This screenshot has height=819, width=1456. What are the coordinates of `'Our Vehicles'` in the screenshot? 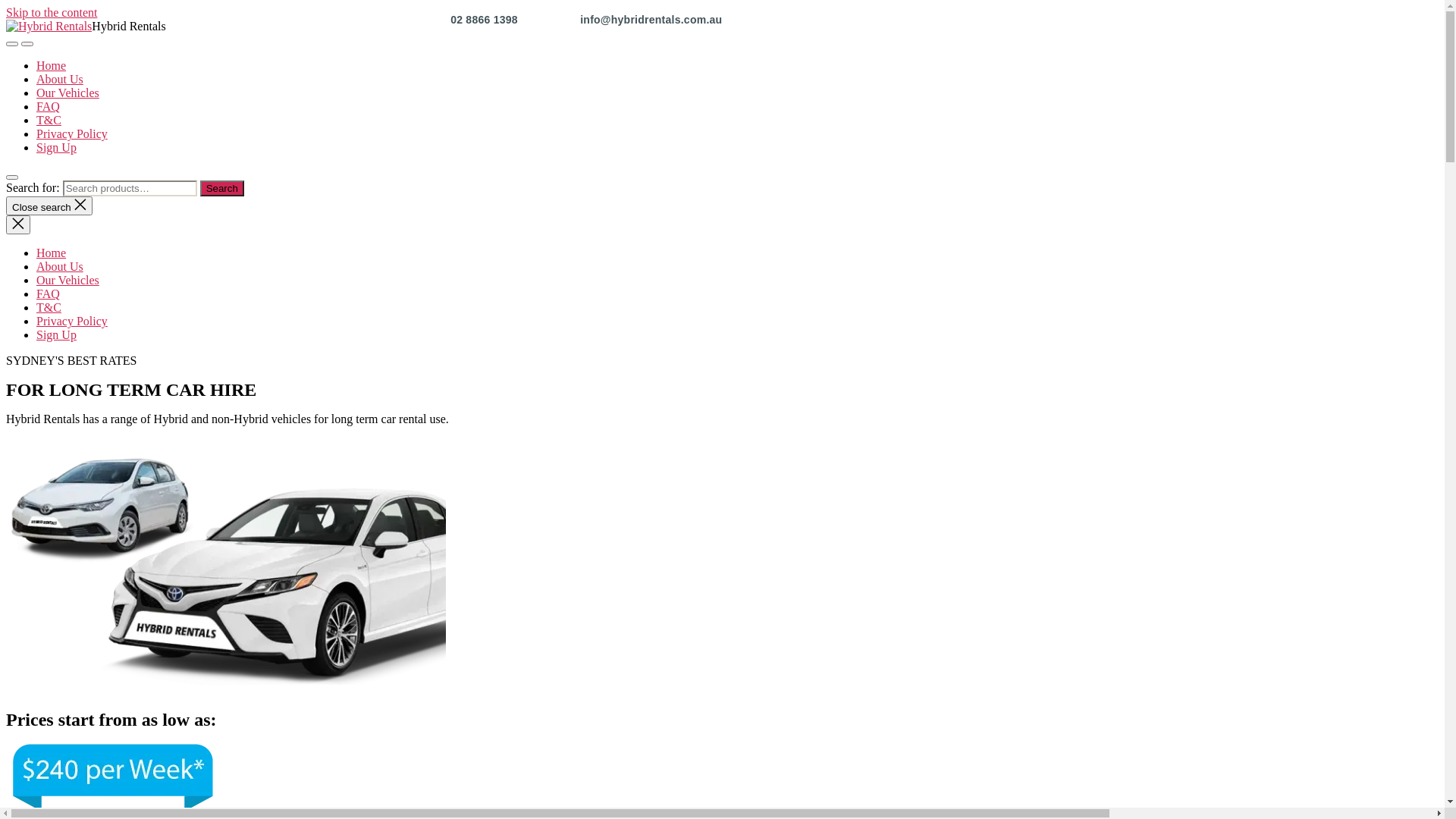 It's located at (36, 280).